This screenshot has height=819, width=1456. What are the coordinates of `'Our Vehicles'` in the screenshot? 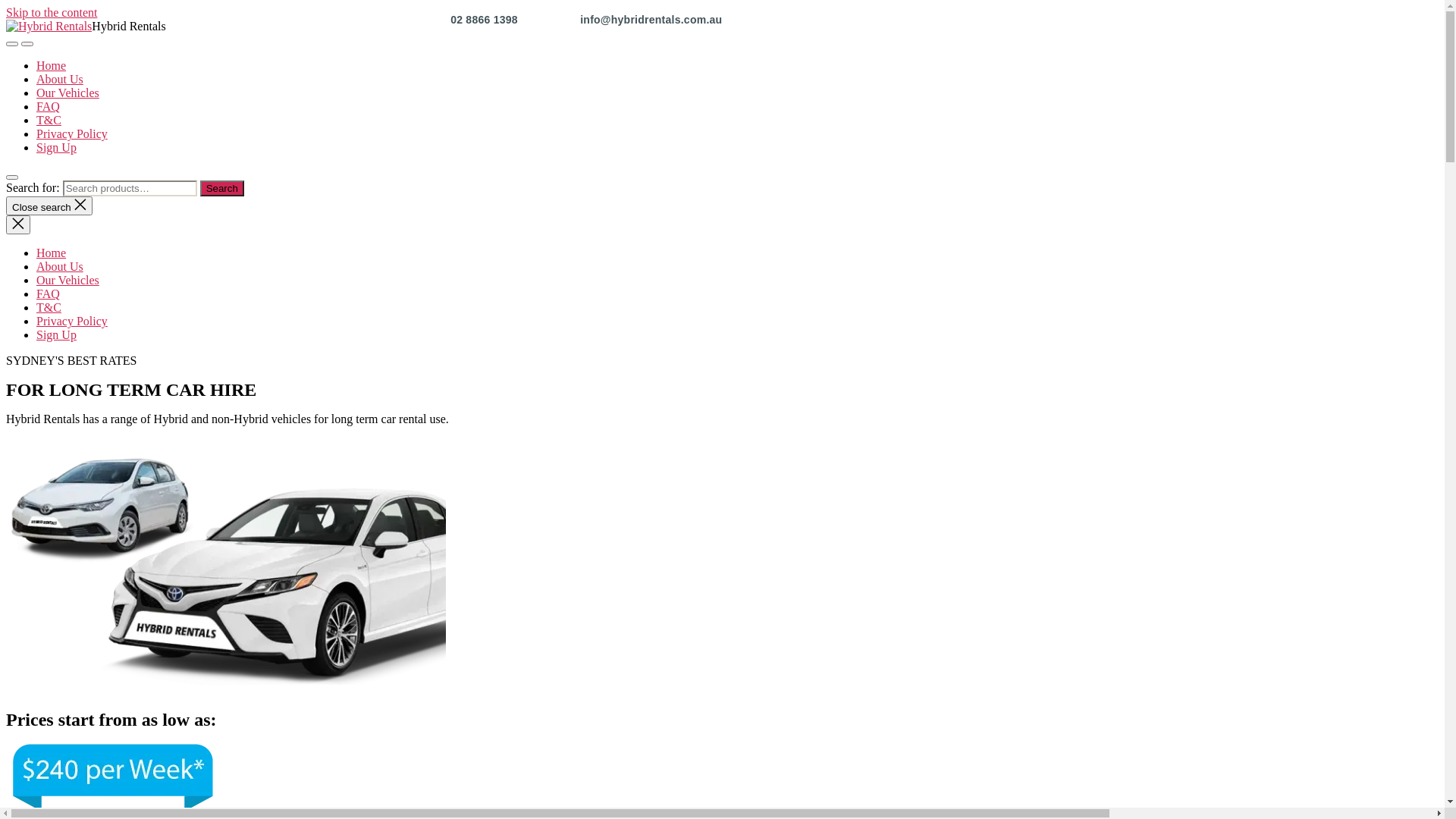 It's located at (36, 280).